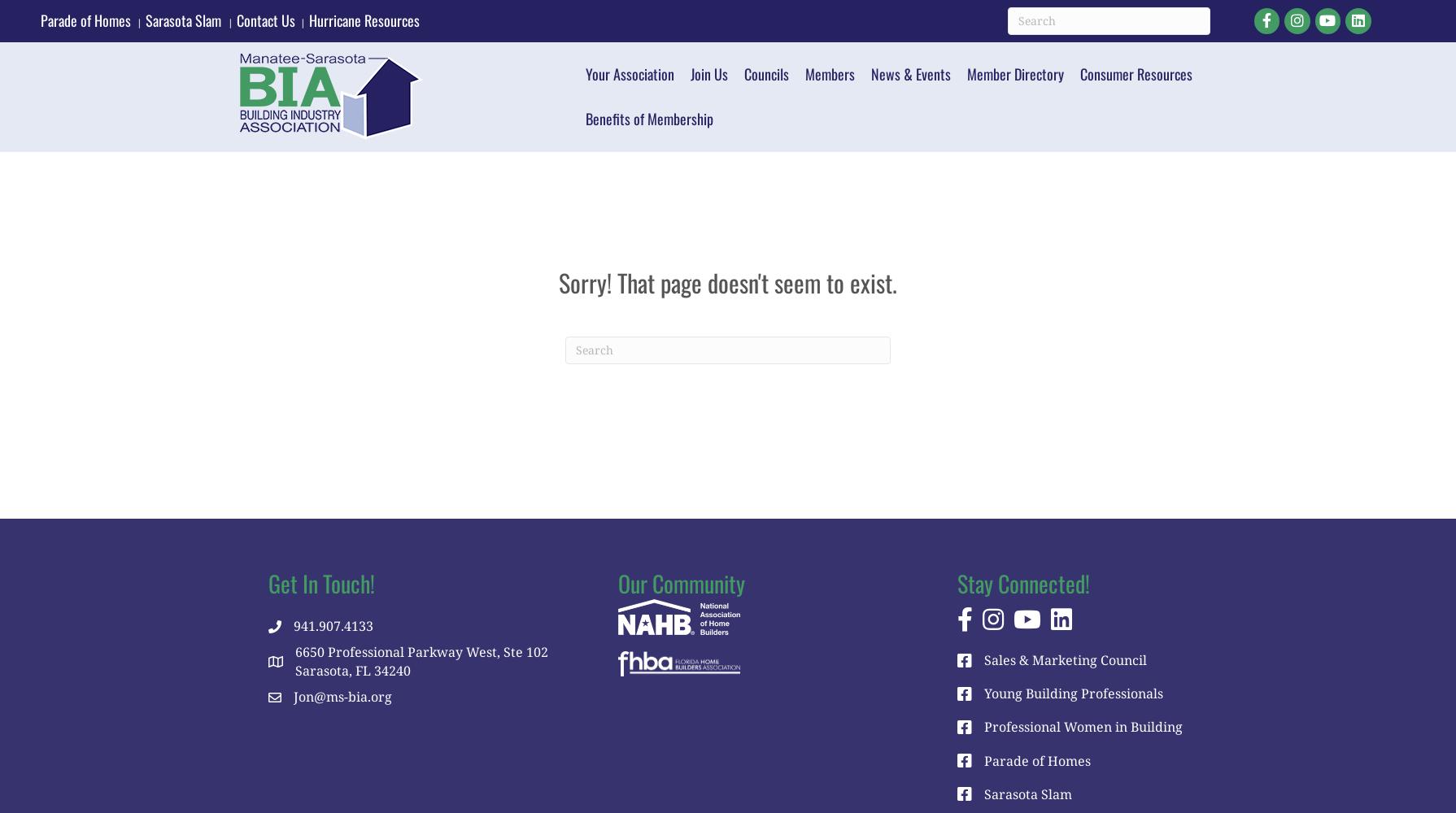 The height and width of the screenshot is (813, 1456). What do you see at coordinates (333, 626) in the screenshot?
I see `'941.907.4133'` at bounding box center [333, 626].